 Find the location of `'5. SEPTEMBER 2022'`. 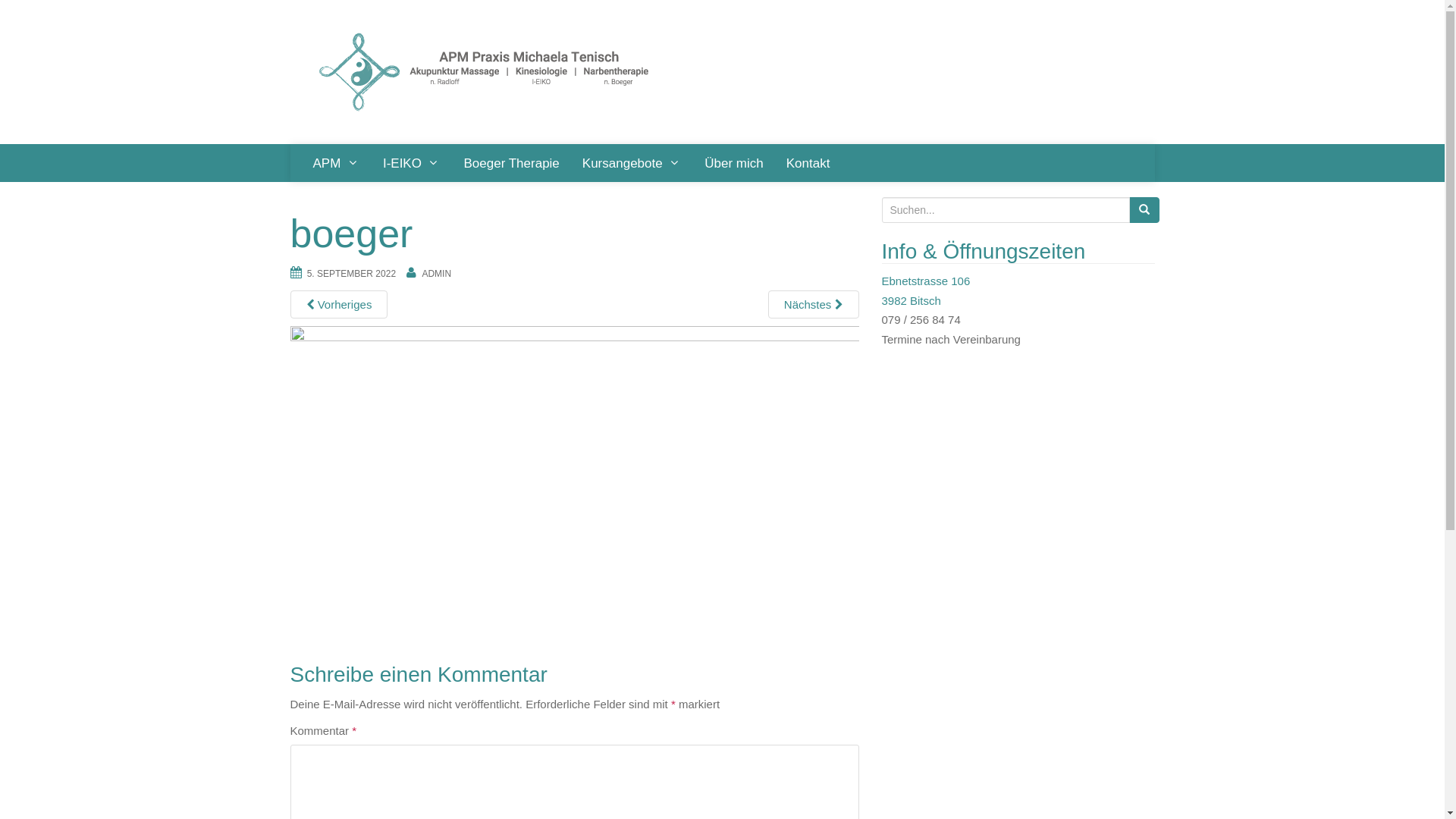

'5. SEPTEMBER 2022' is located at coordinates (350, 274).